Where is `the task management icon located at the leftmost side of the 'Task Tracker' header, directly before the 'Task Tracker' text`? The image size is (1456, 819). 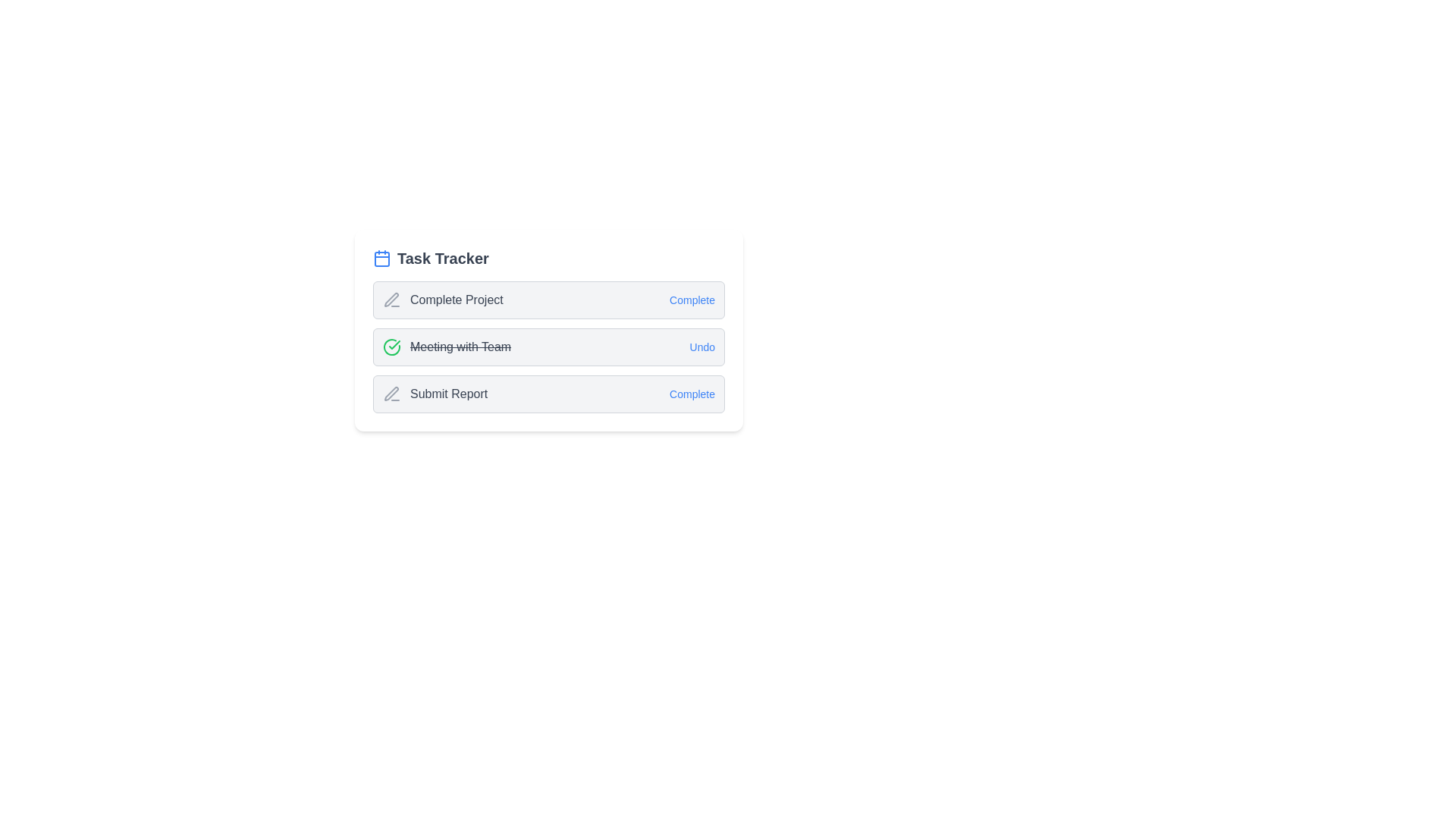
the task management icon located at the leftmost side of the 'Task Tracker' header, directly before the 'Task Tracker' text is located at coordinates (382, 257).